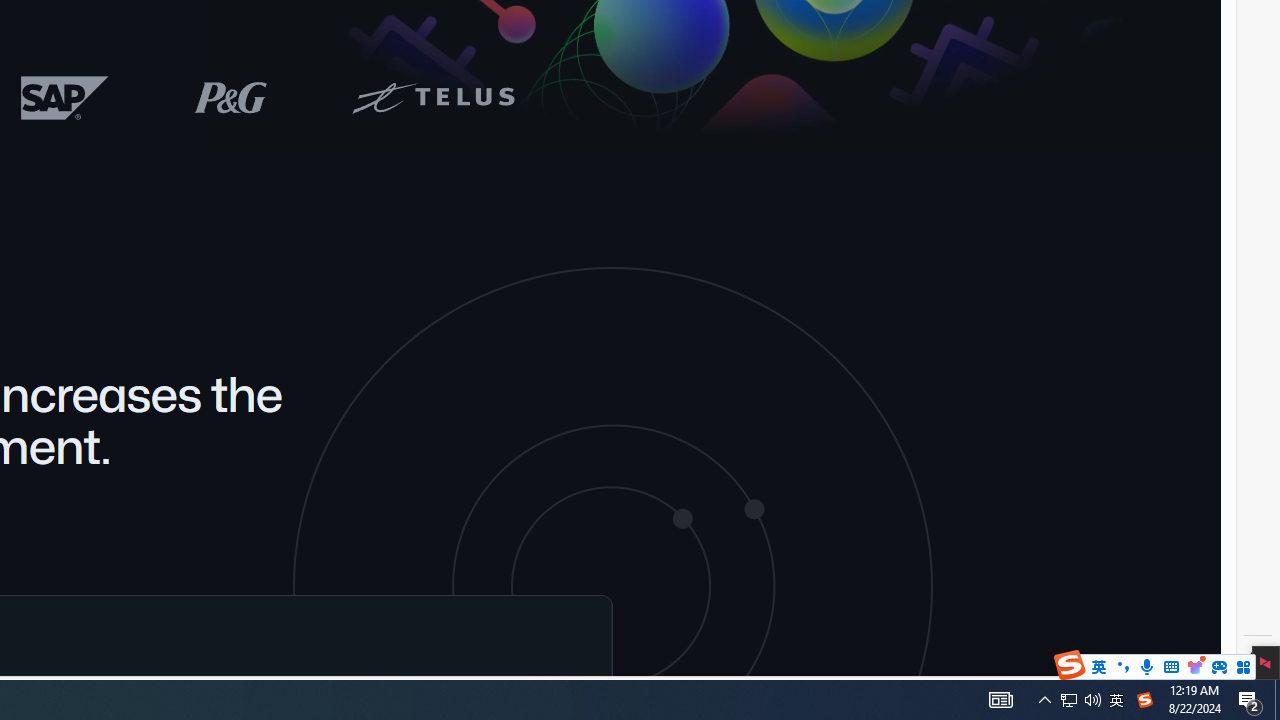 This screenshot has height=720, width=1280. Describe the element at coordinates (1079, 698) in the screenshot. I see `'User Promoted Notification Area'` at that location.